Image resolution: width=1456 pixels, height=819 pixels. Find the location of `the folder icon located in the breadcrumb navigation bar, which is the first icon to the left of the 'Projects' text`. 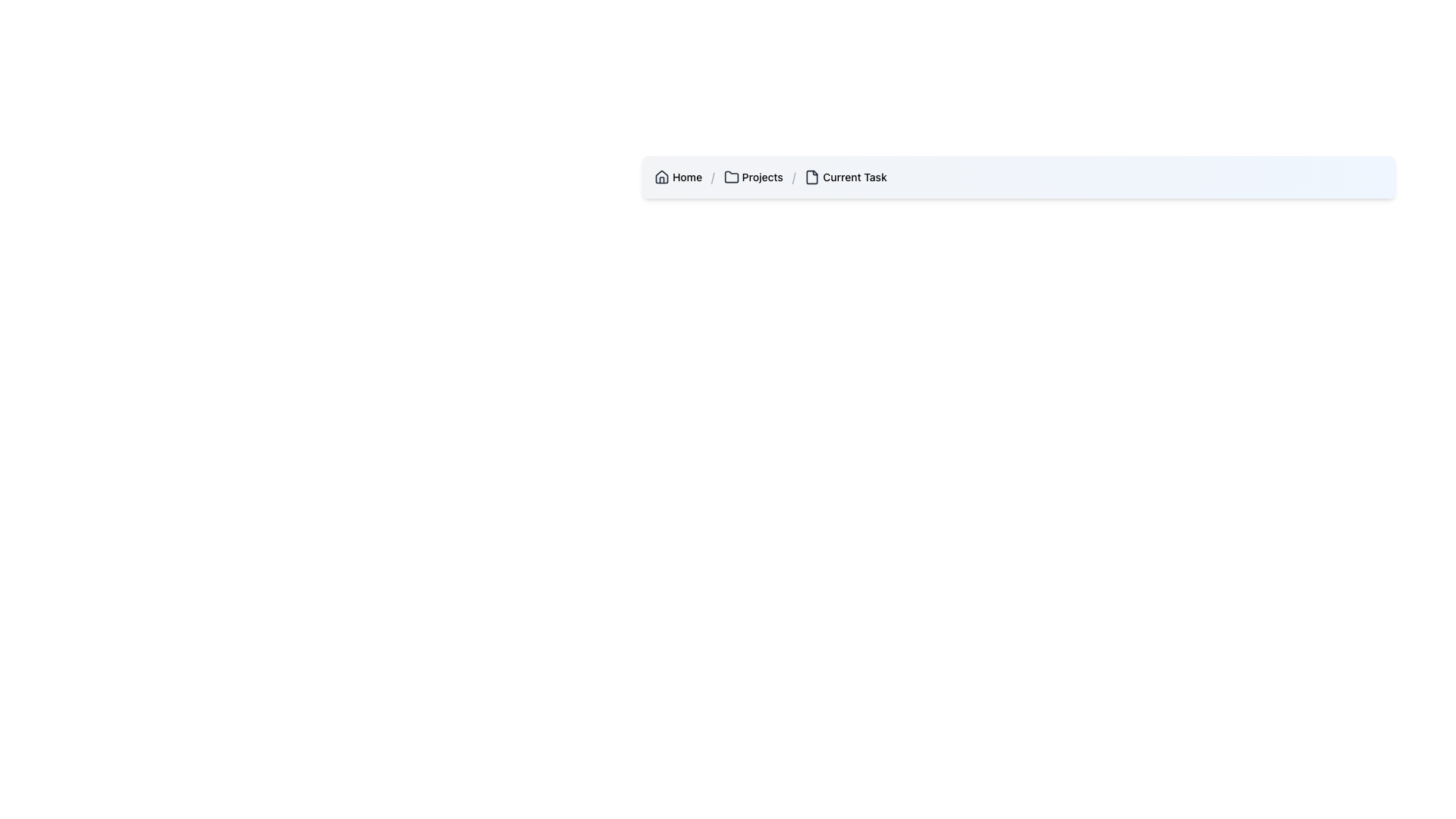

the folder icon located in the breadcrumb navigation bar, which is the first icon to the left of the 'Projects' text is located at coordinates (731, 177).